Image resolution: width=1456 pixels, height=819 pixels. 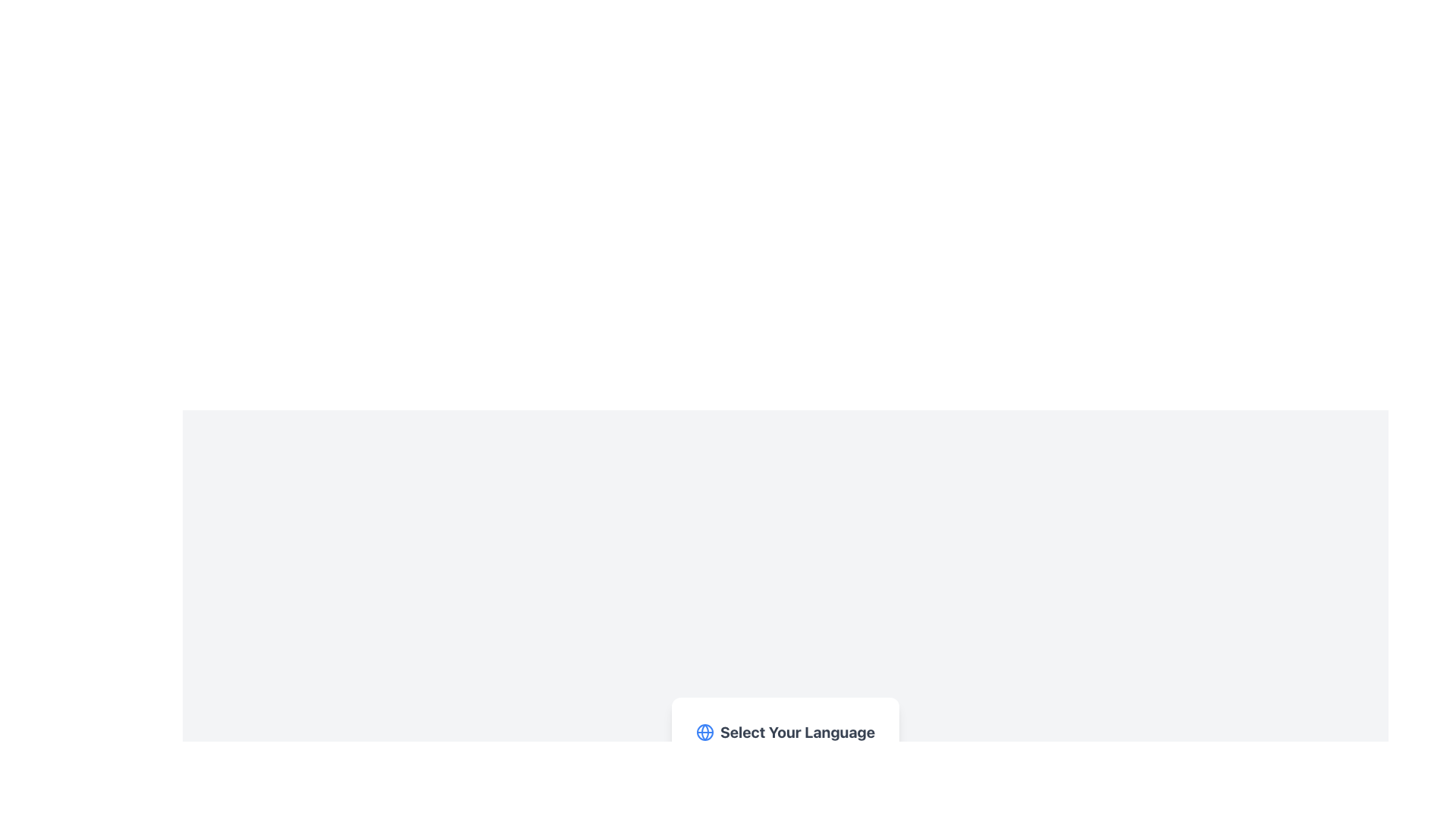 I want to click on the language icon located to the left of the 'Select Your Language' text, which represents global or language-related functionality, so click(x=704, y=731).